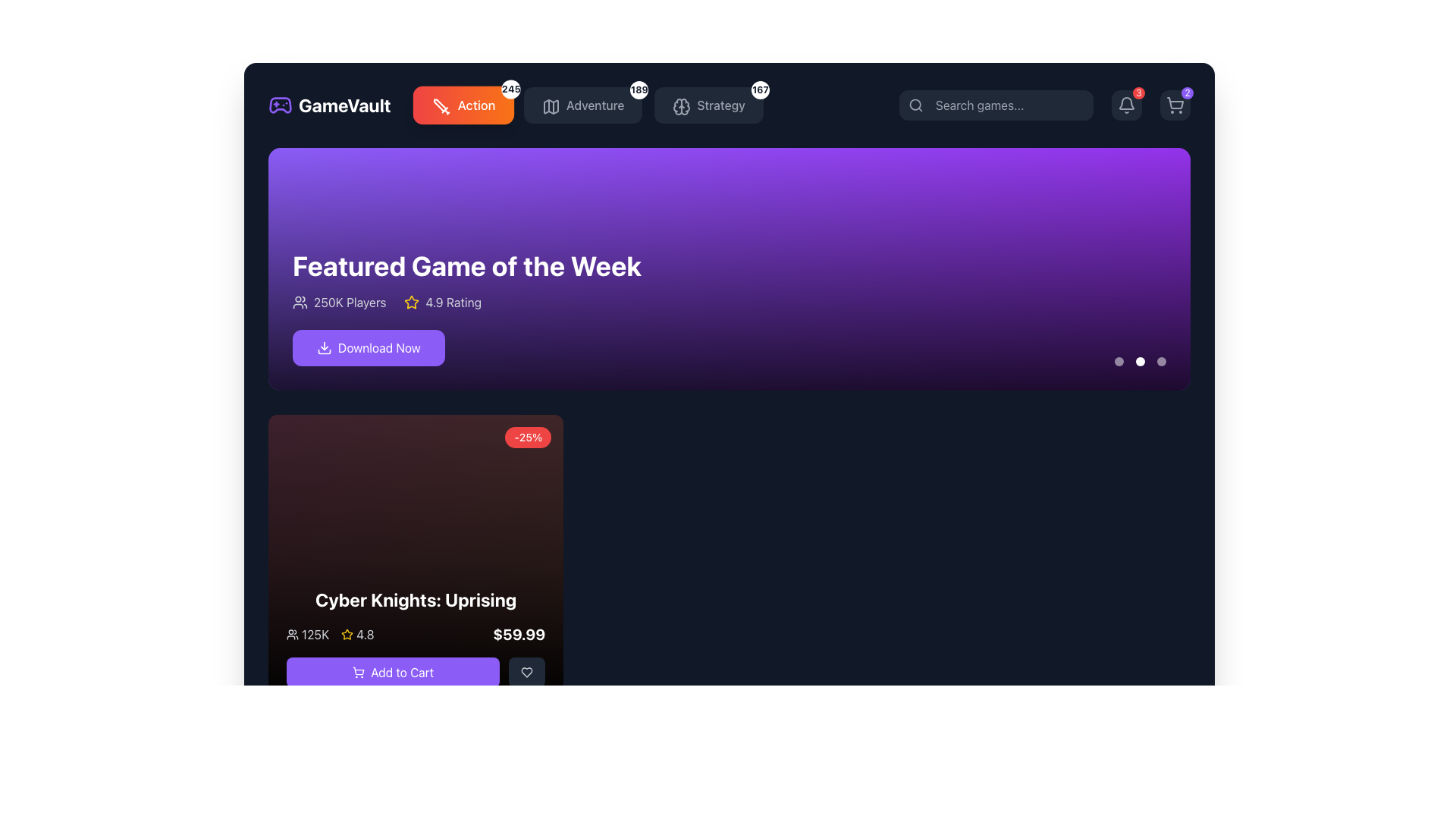 This screenshot has height=819, width=1456. What do you see at coordinates (1139, 93) in the screenshot?
I see `the Notification badge located at the top-right corner of the bell icon in the navigation bar` at bounding box center [1139, 93].